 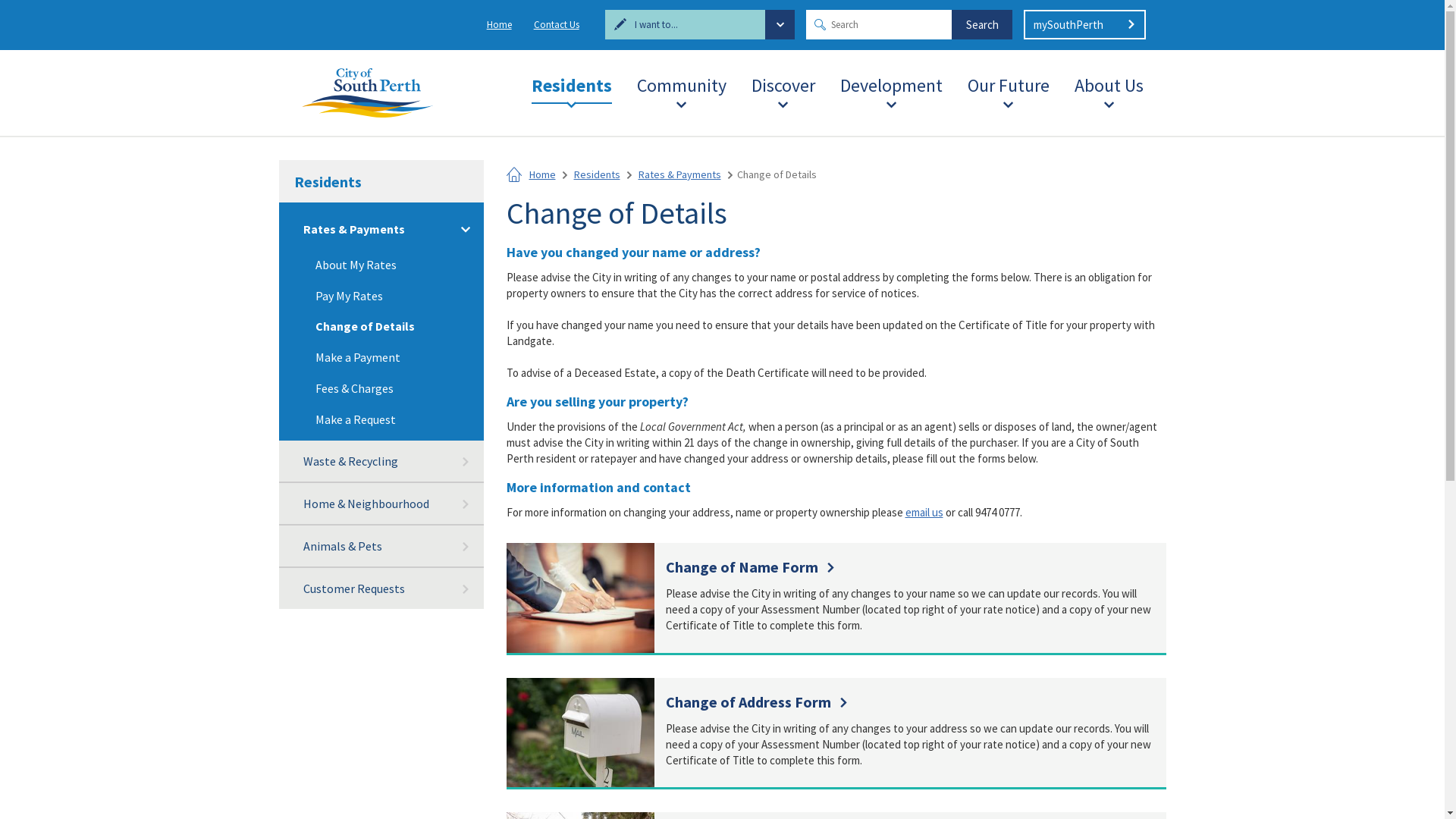 I want to click on 'Search', so click(x=982, y=24).